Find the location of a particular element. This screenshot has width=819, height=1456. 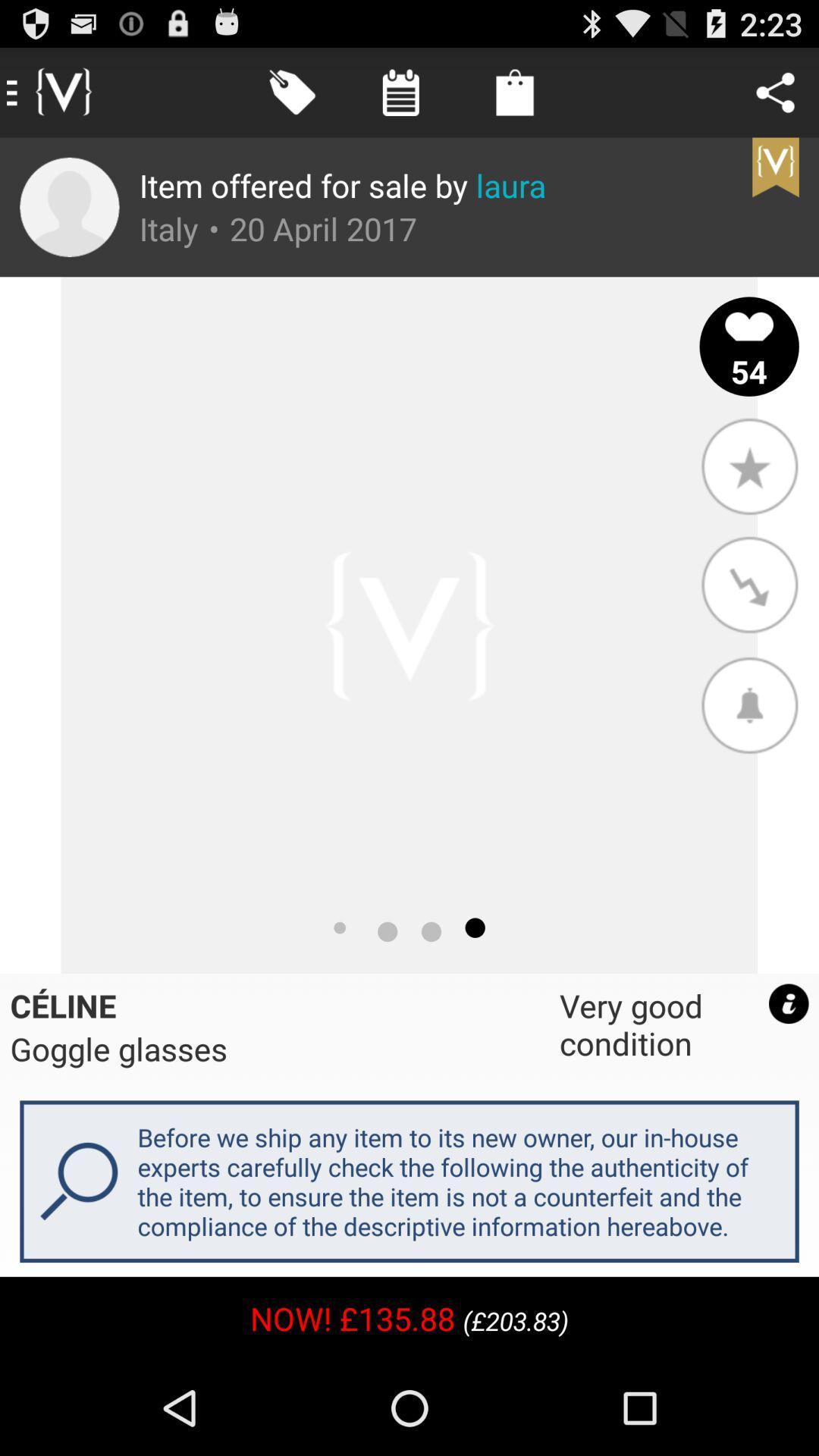

app to the left of item offered for icon is located at coordinates (69, 206).